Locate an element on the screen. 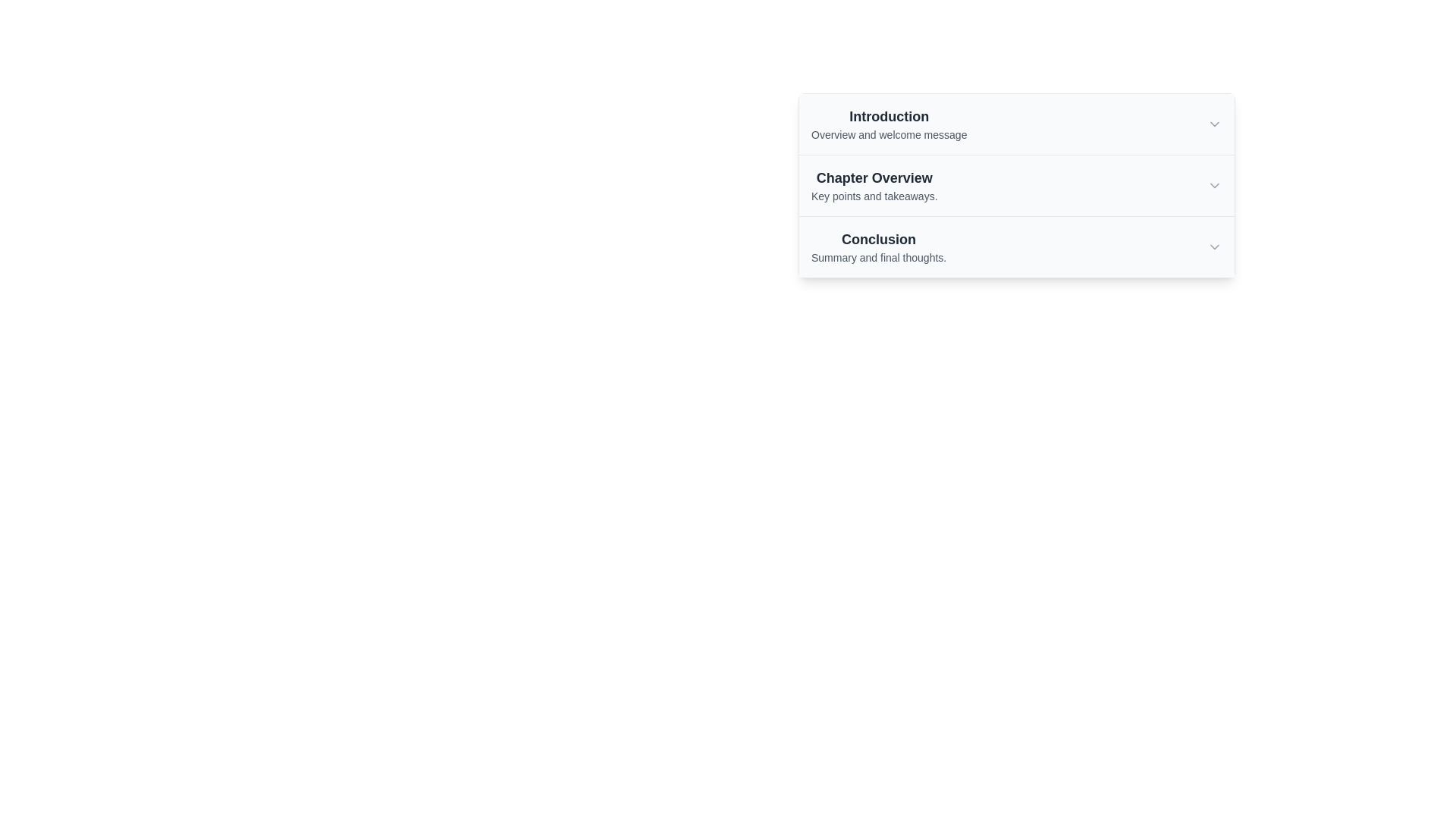 This screenshot has width=1456, height=819. header text label indicating the overview of a chapter, located in the middle section of the dropdown list between 'Introduction' and 'Conclusion' is located at coordinates (874, 177).